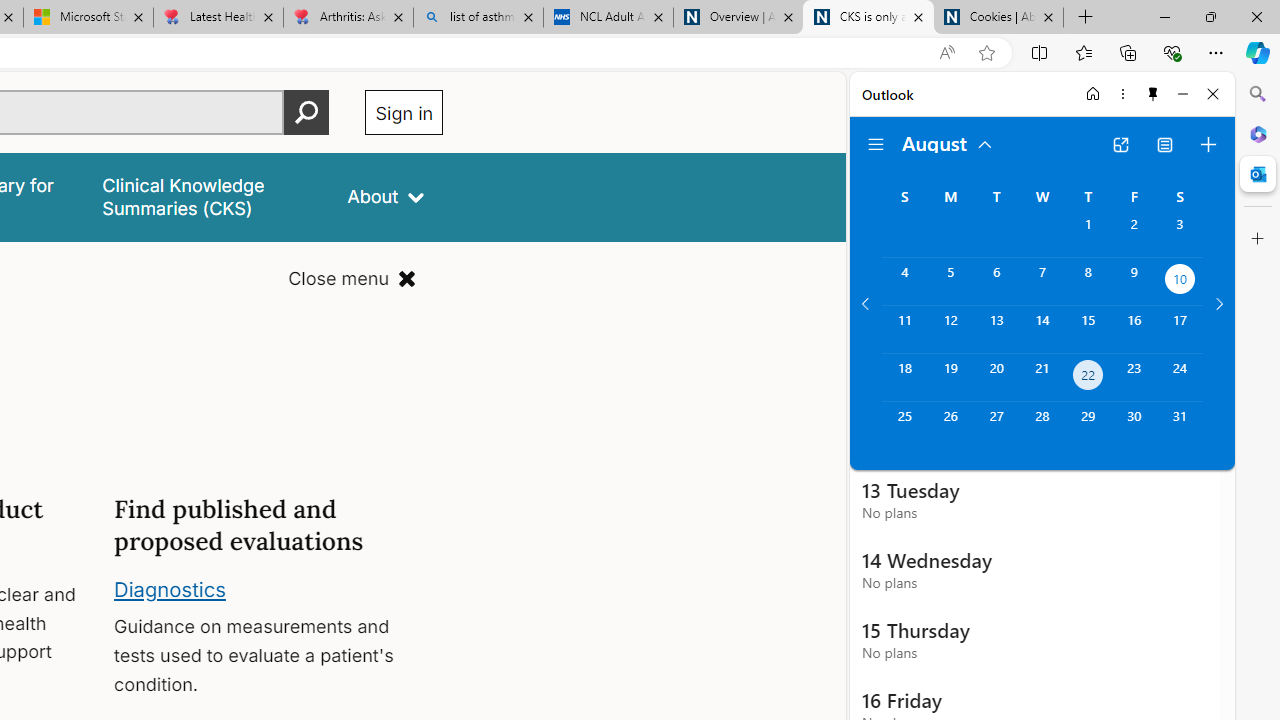  I want to click on 'Sunday, August 4, 2024. ', so click(903, 281).